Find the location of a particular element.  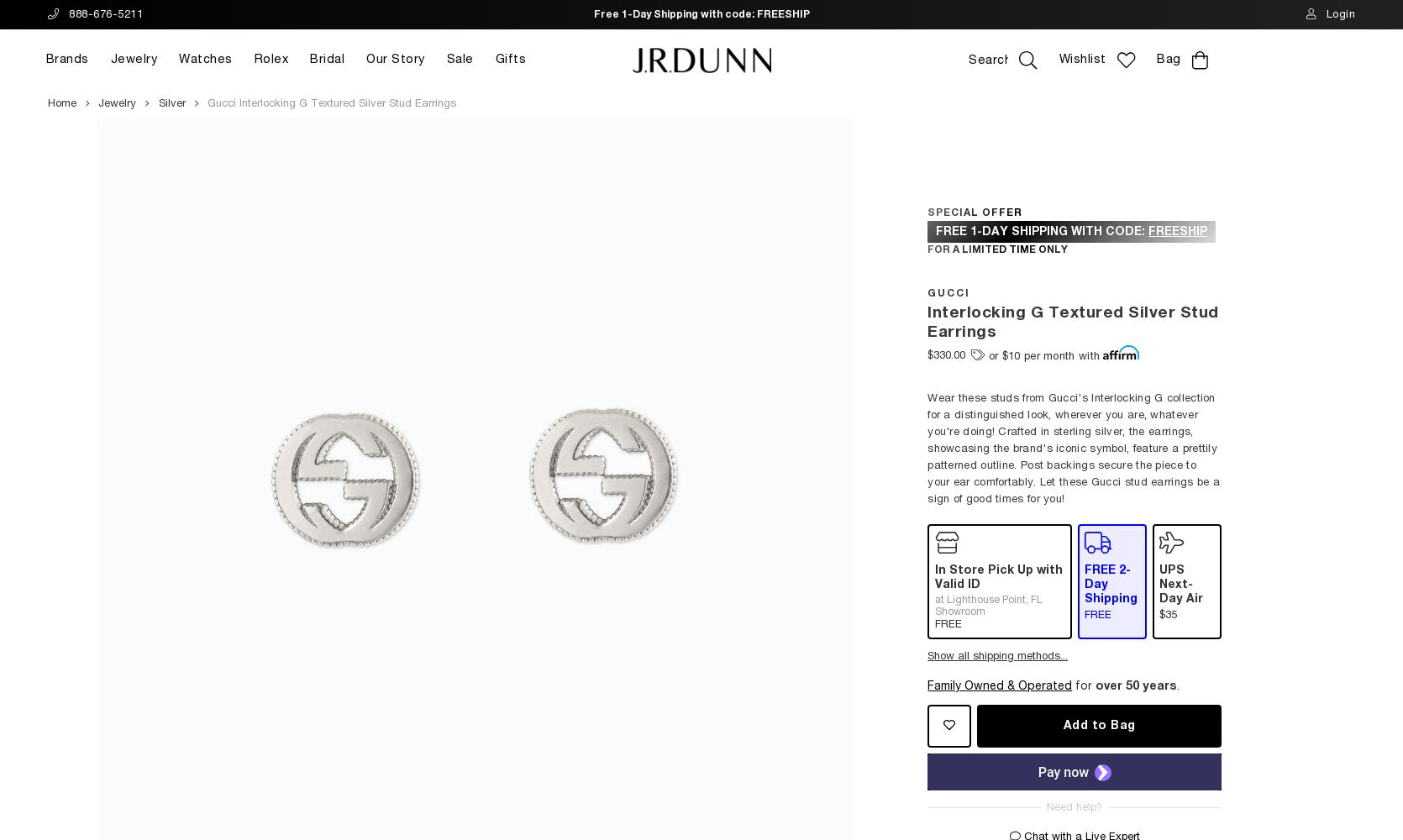

'Rolex' is located at coordinates (270, 59).